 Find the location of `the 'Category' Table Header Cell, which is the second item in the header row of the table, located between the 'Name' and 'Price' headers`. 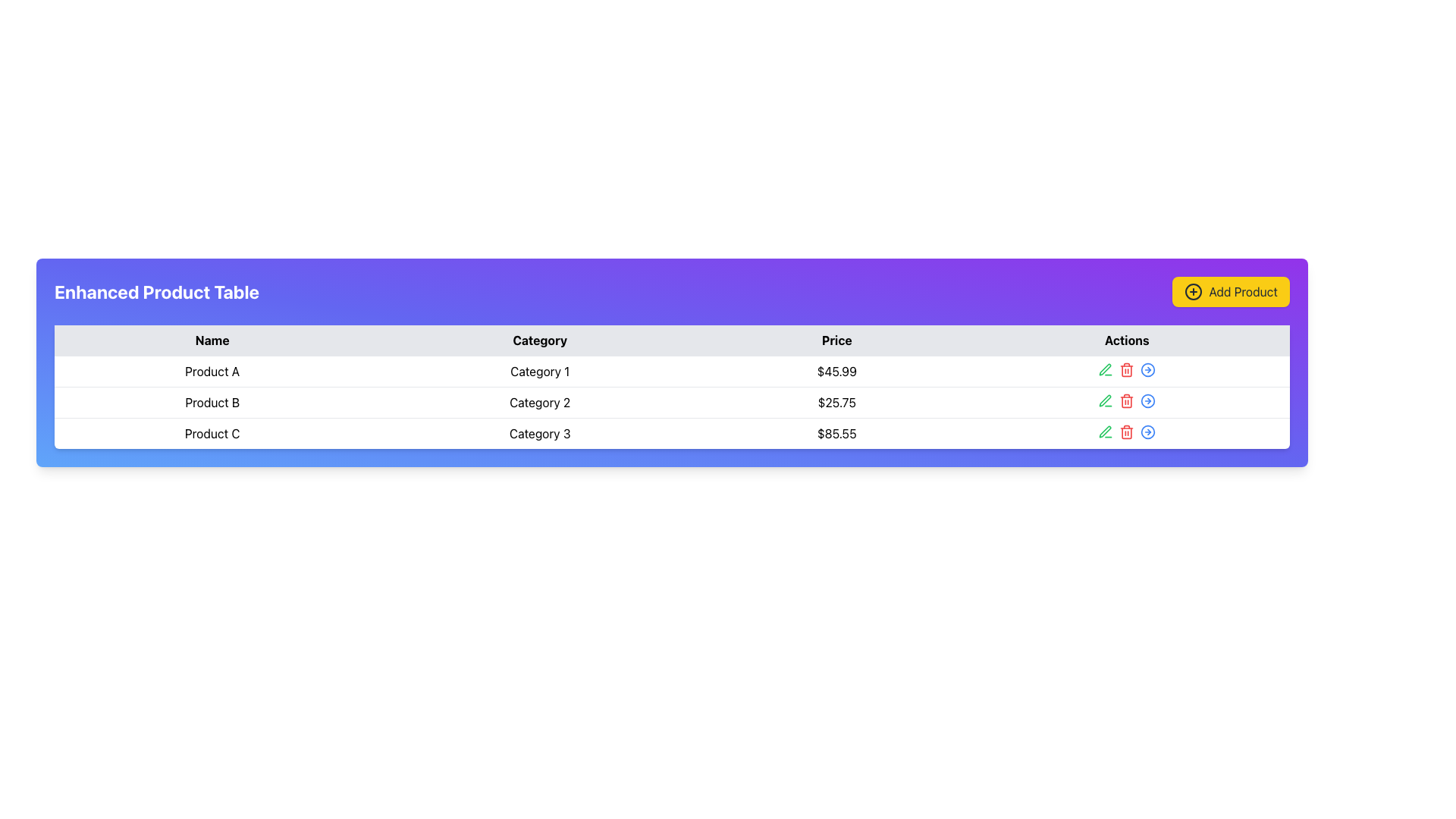

the 'Category' Table Header Cell, which is the second item in the header row of the table, located between the 'Name' and 'Price' headers is located at coordinates (540, 340).